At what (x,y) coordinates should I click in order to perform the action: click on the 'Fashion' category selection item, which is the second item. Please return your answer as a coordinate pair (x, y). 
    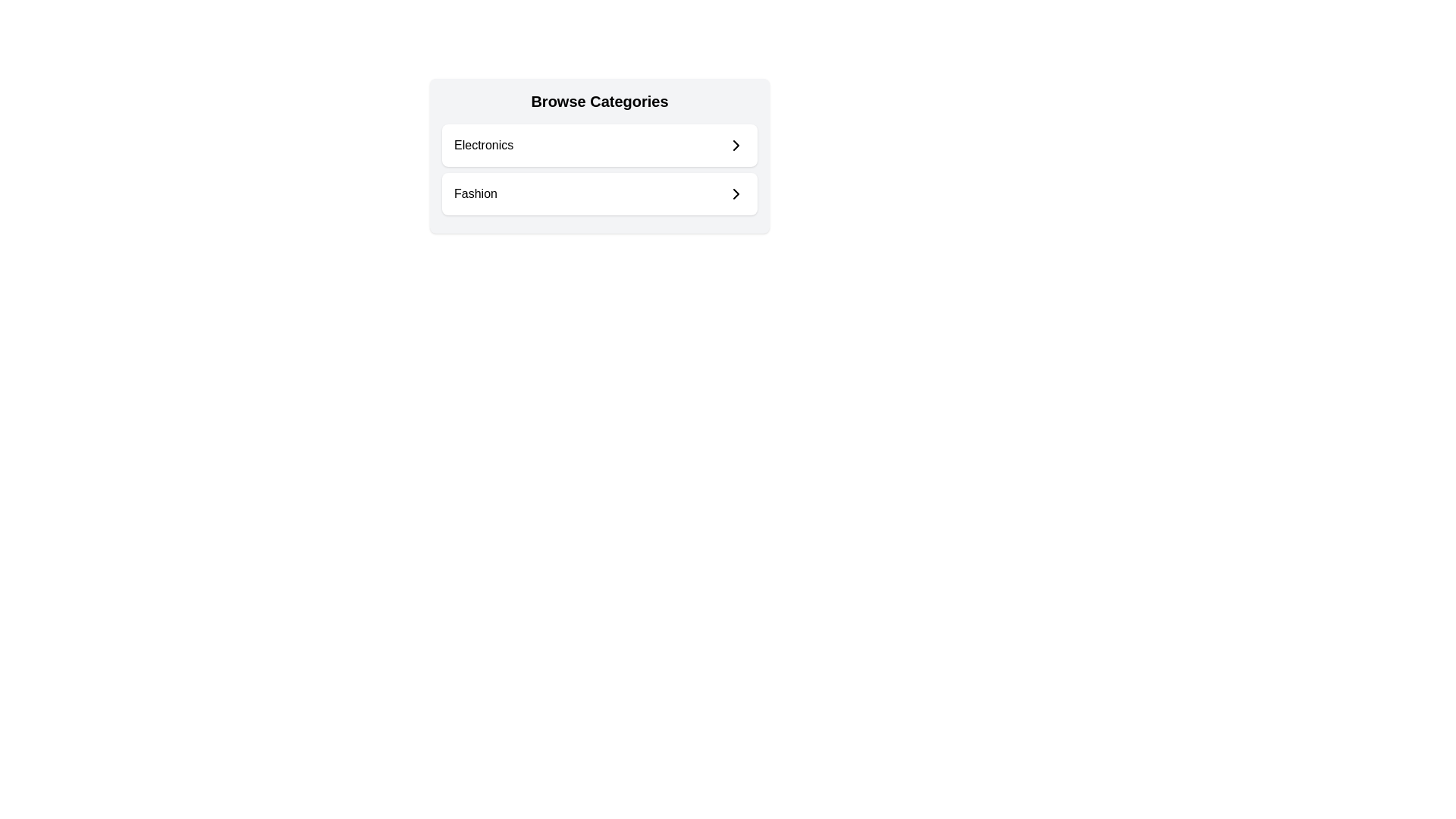
    Looking at the image, I should click on (599, 193).